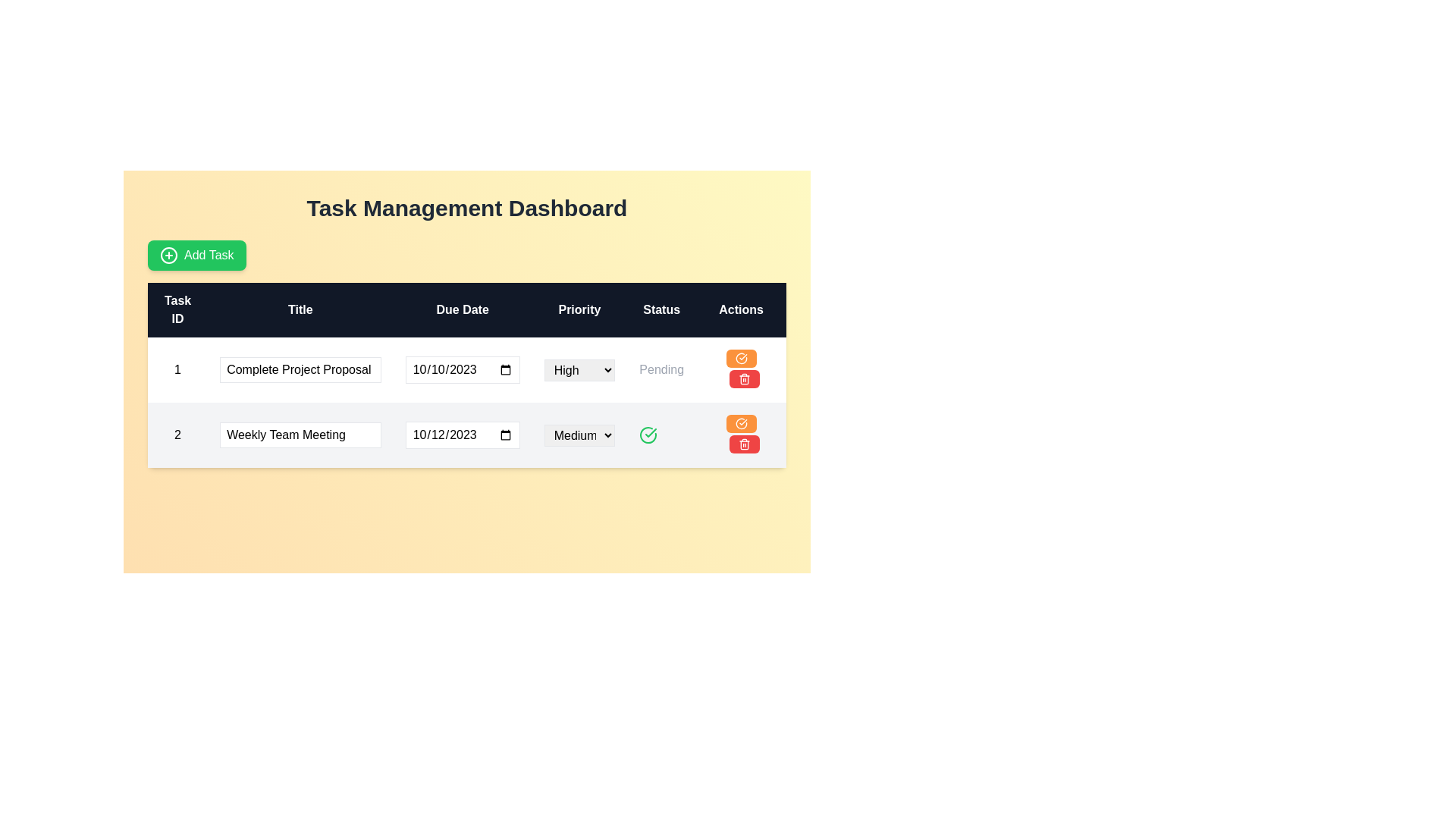 The width and height of the screenshot is (1456, 819). Describe the element at coordinates (579, 435) in the screenshot. I see `the dropdown menu labeled 'Medium' in the 'Priority' column of the task management table` at that location.